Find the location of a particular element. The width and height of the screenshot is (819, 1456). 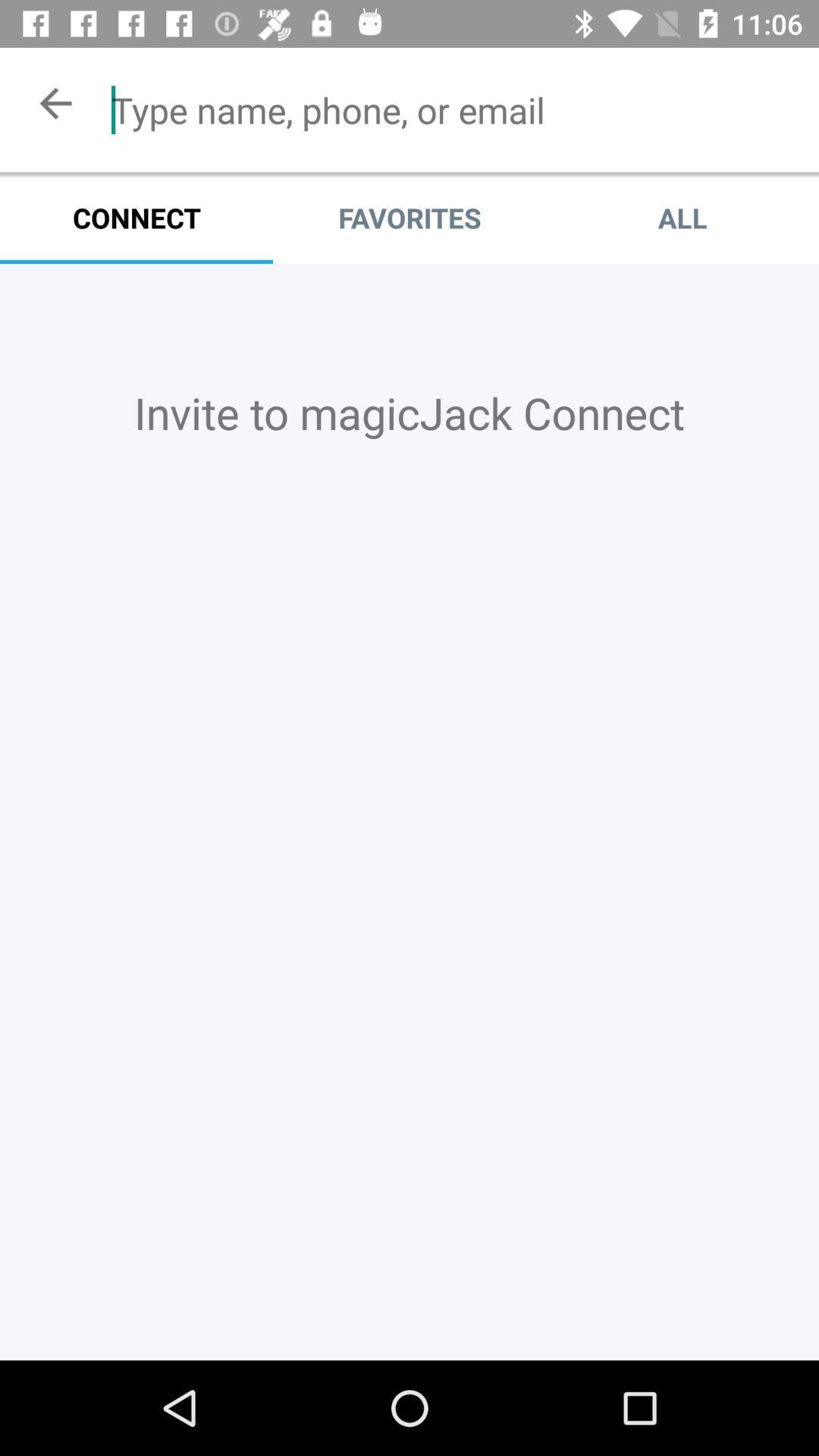

the invite to magicjack icon is located at coordinates (409, 413).